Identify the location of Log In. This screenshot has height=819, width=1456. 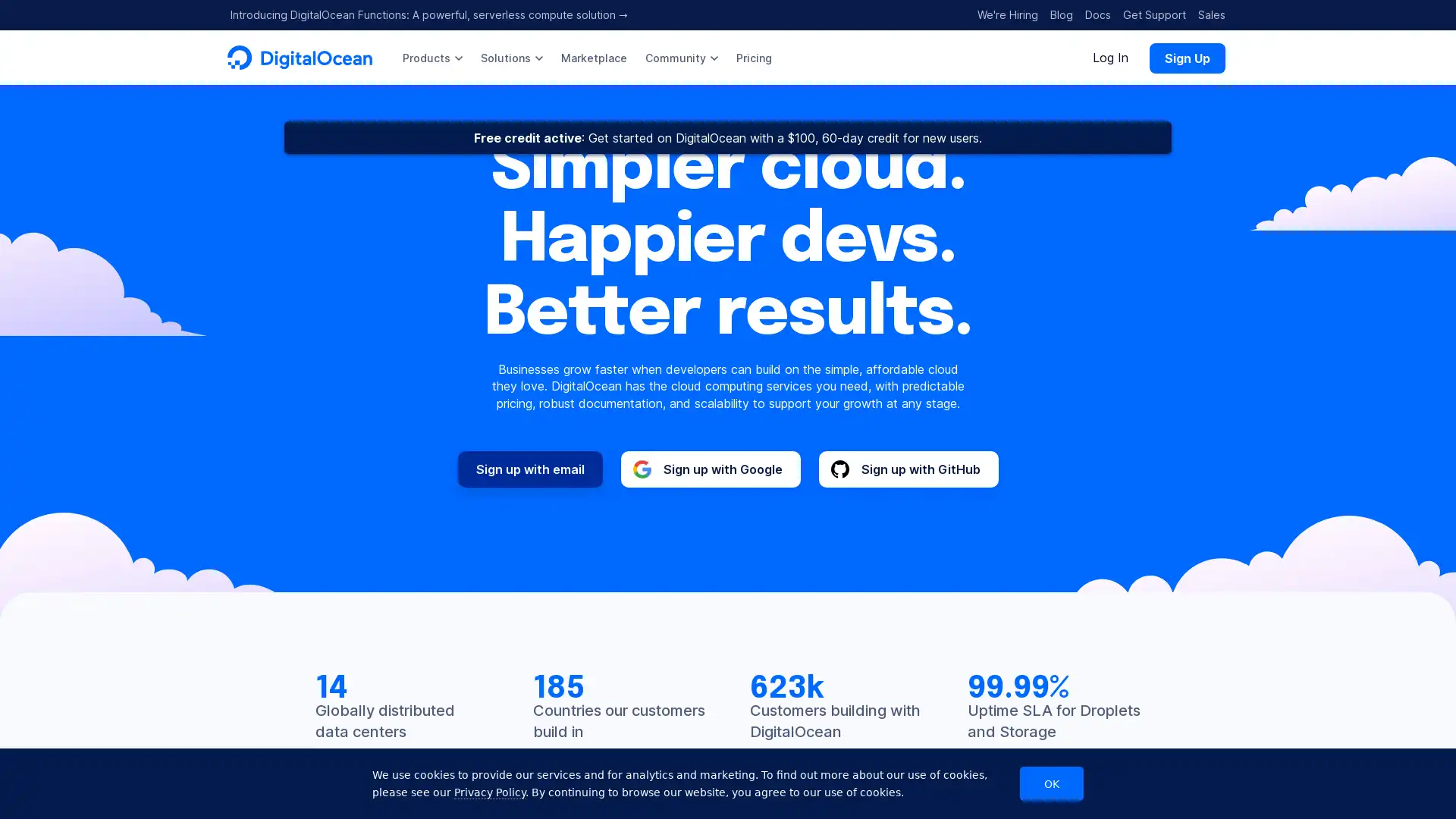
(1110, 57).